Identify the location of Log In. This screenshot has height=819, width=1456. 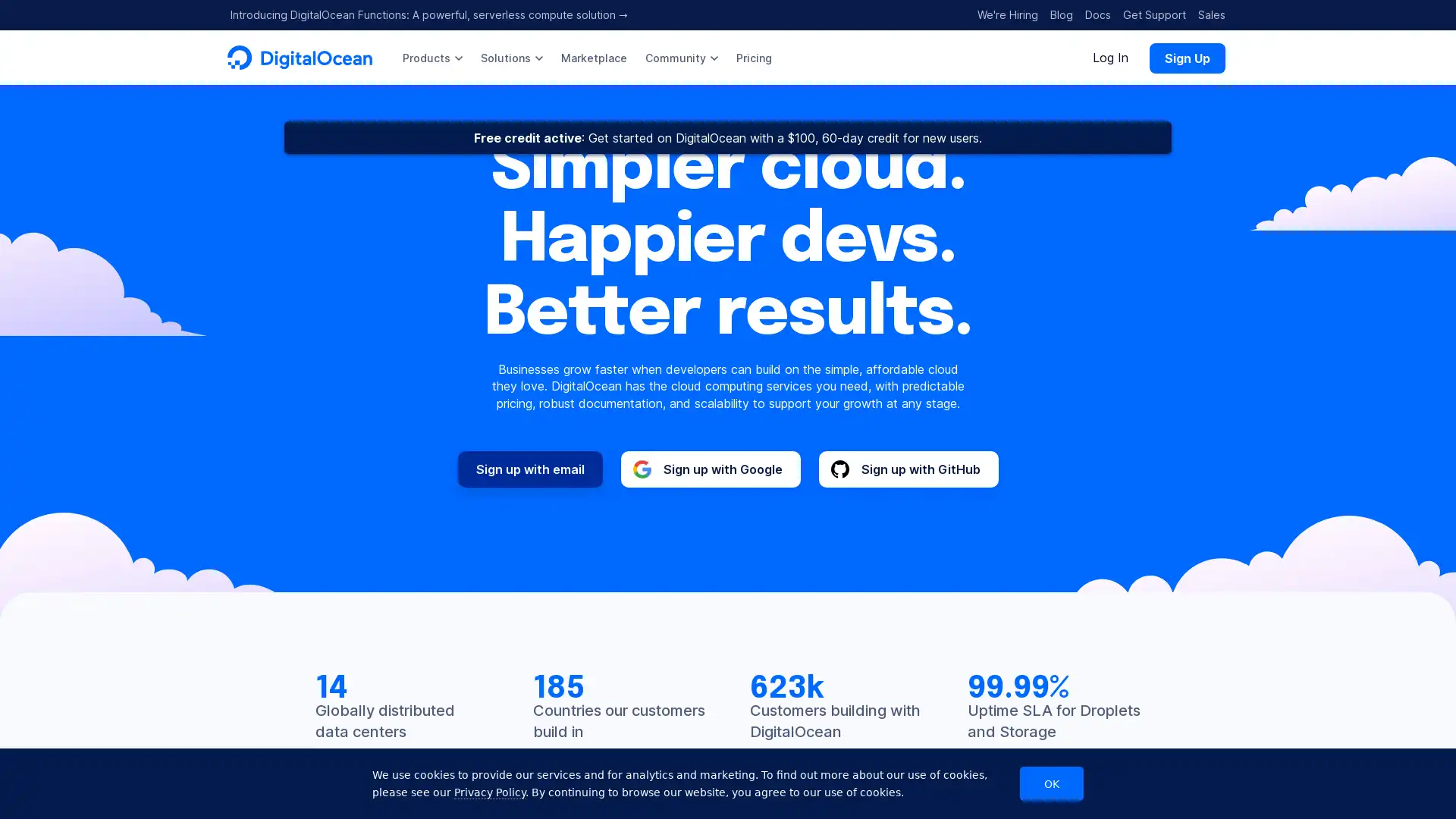
(1110, 57).